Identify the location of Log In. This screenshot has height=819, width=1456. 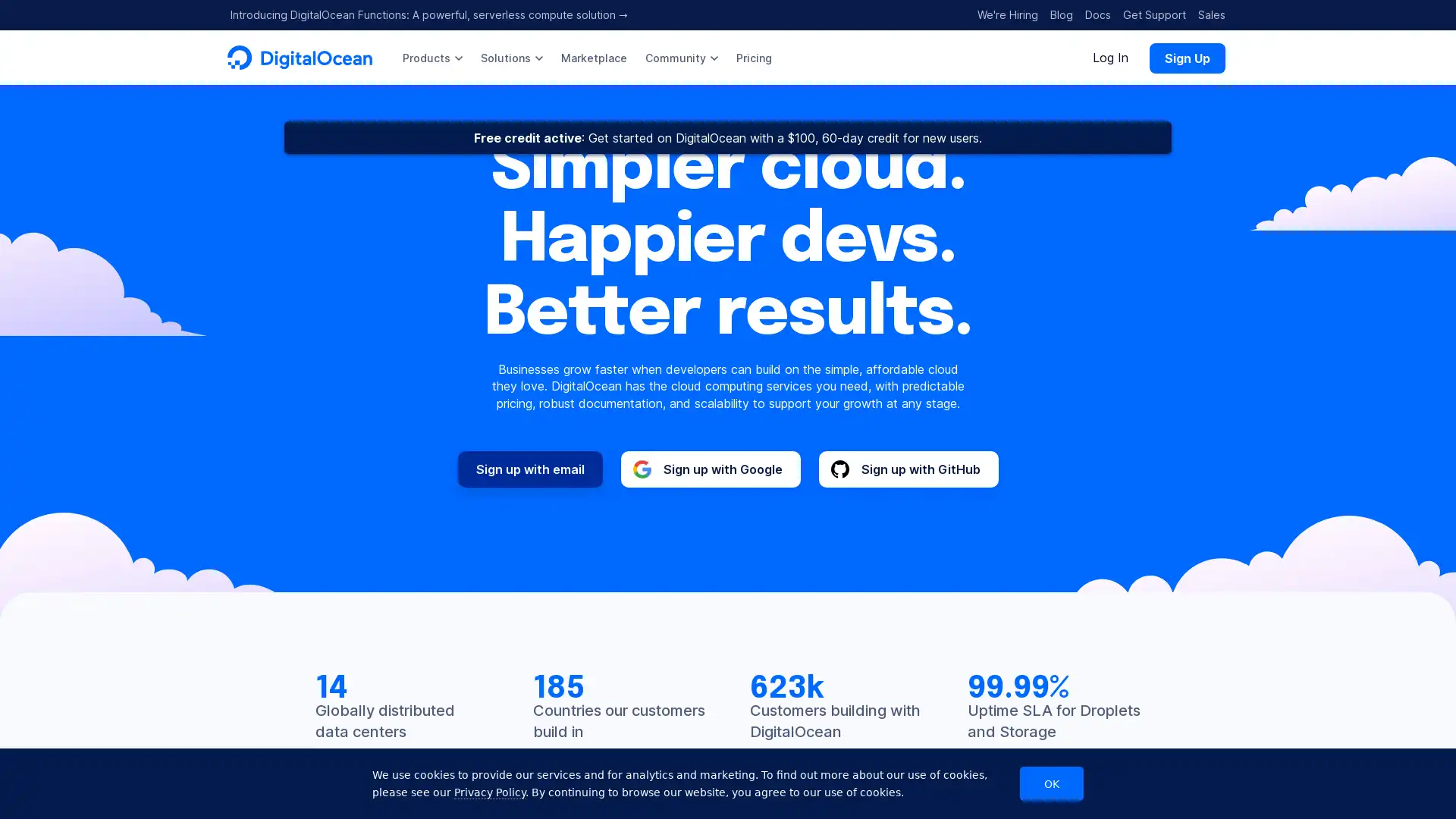
(1110, 57).